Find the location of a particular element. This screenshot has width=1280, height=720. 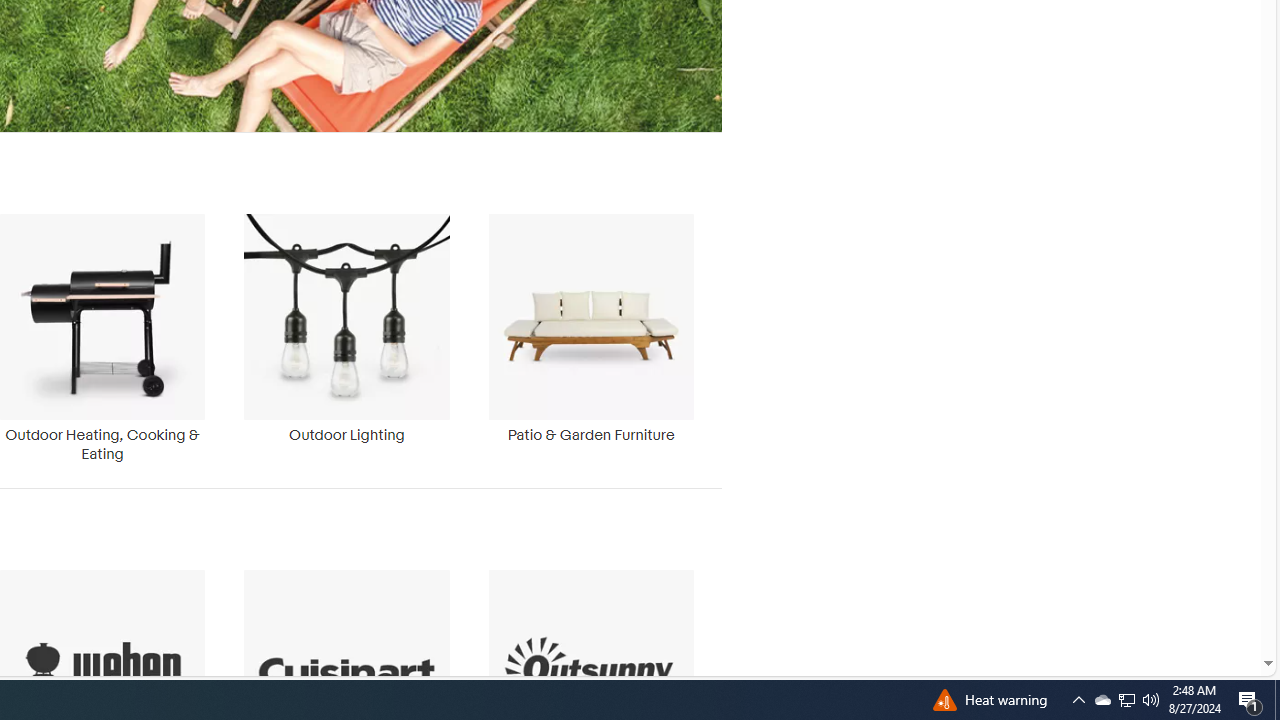

'Patio & Garden Furniture' is located at coordinates (590, 337).